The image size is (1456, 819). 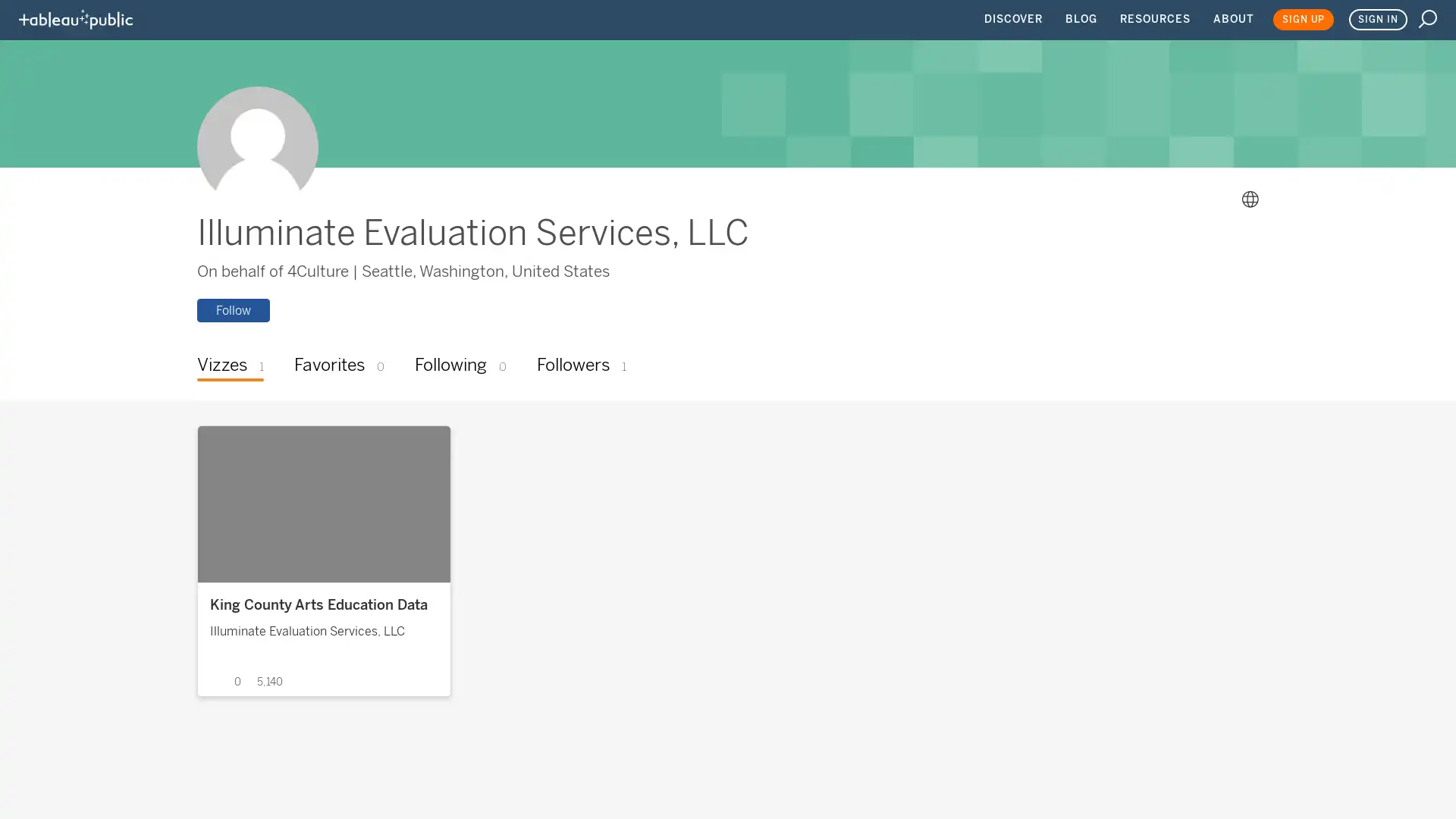 What do you see at coordinates (1378, 20) in the screenshot?
I see `SIGN IN` at bounding box center [1378, 20].